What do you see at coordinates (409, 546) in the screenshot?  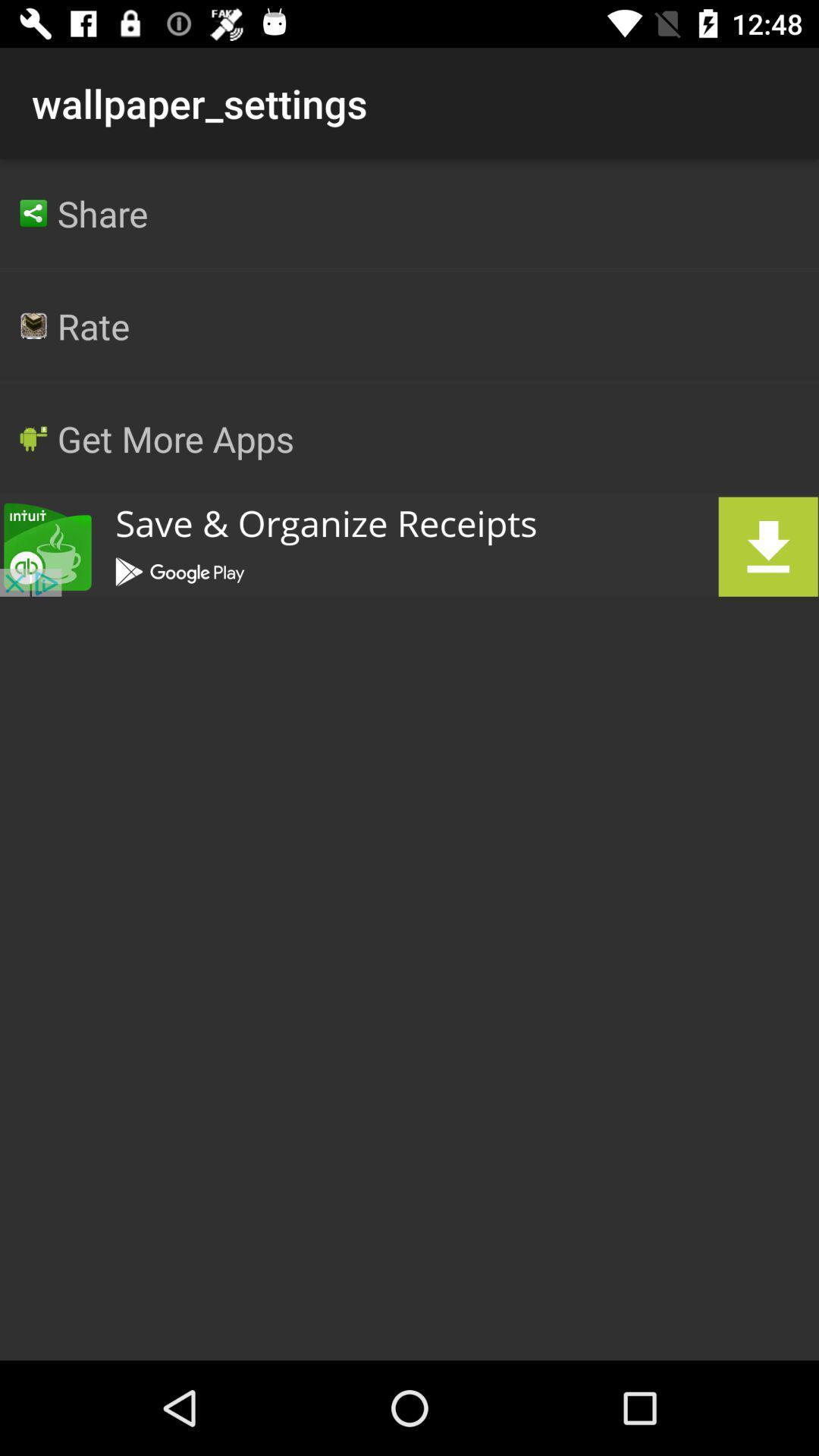 I see `advertisement link` at bounding box center [409, 546].